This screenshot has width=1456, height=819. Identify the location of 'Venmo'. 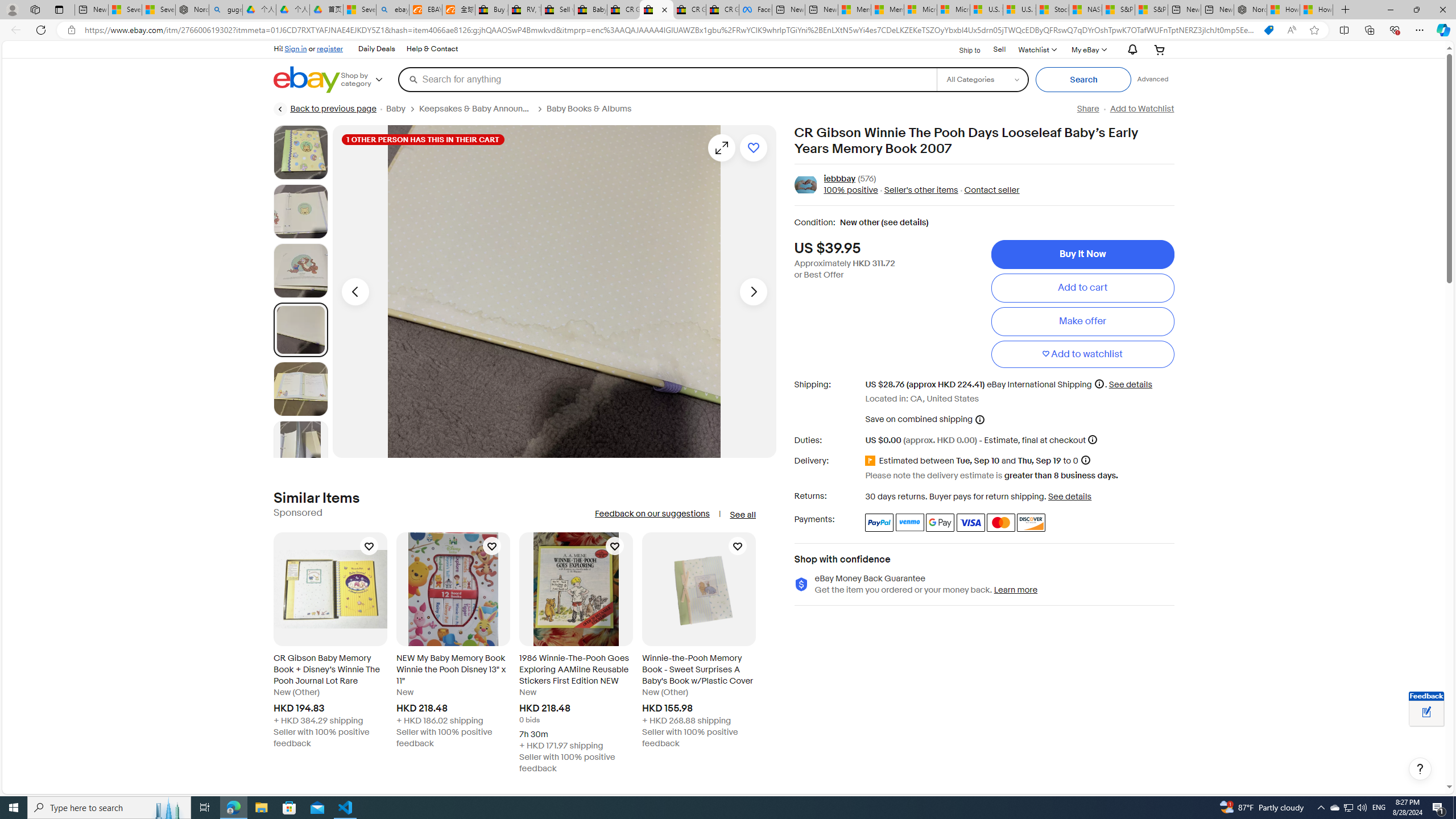
(909, 521).